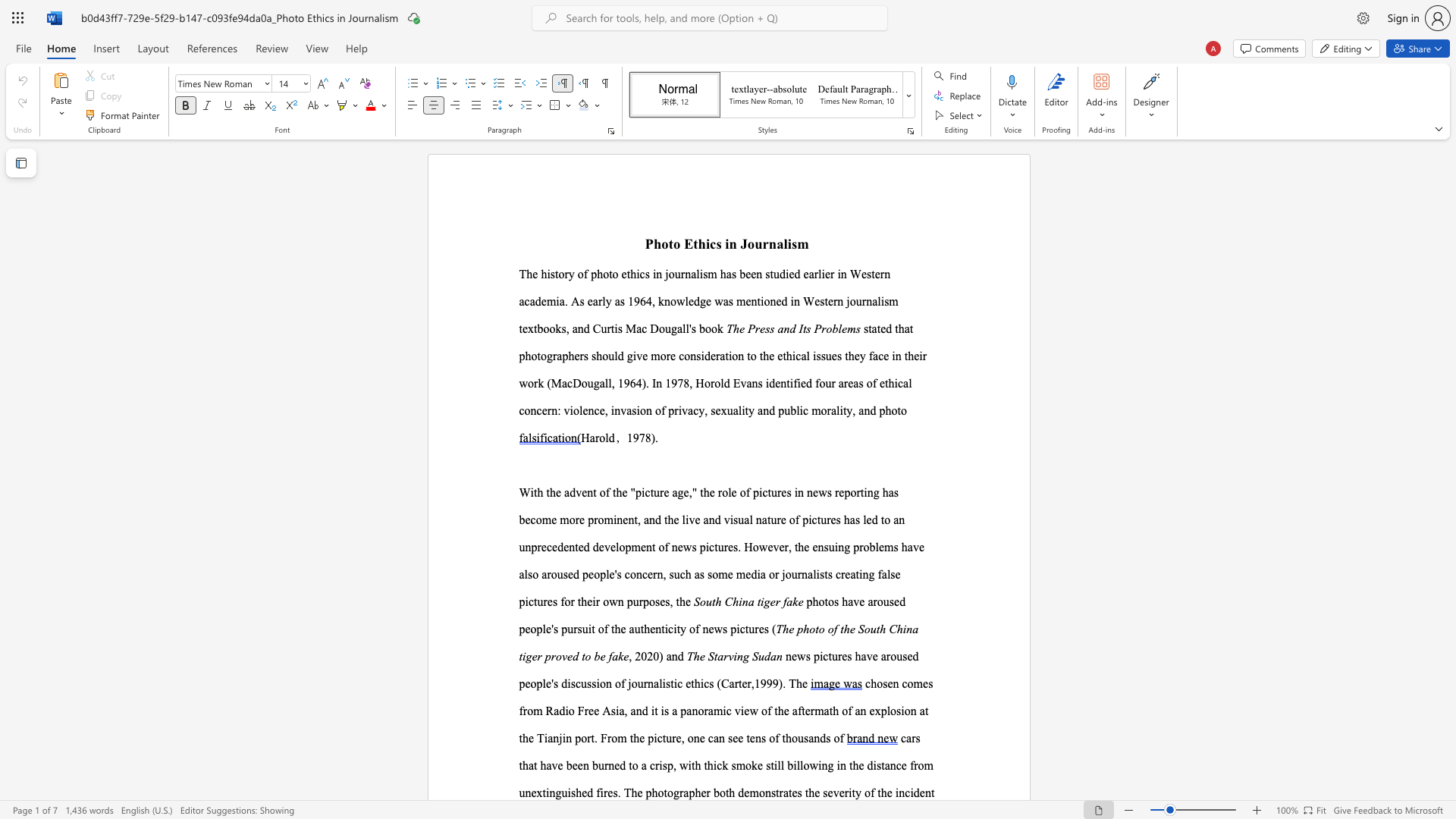 Image resolution: width=1456 pixels, height=819 pixels. What do you see at coordinates (815, 356) in the screenshot?
I see `the subset text "ssues they face in thei" within the text "that photographers should give more consideration to the ethical issues they face in their work"` at bounding box center [815, 356].